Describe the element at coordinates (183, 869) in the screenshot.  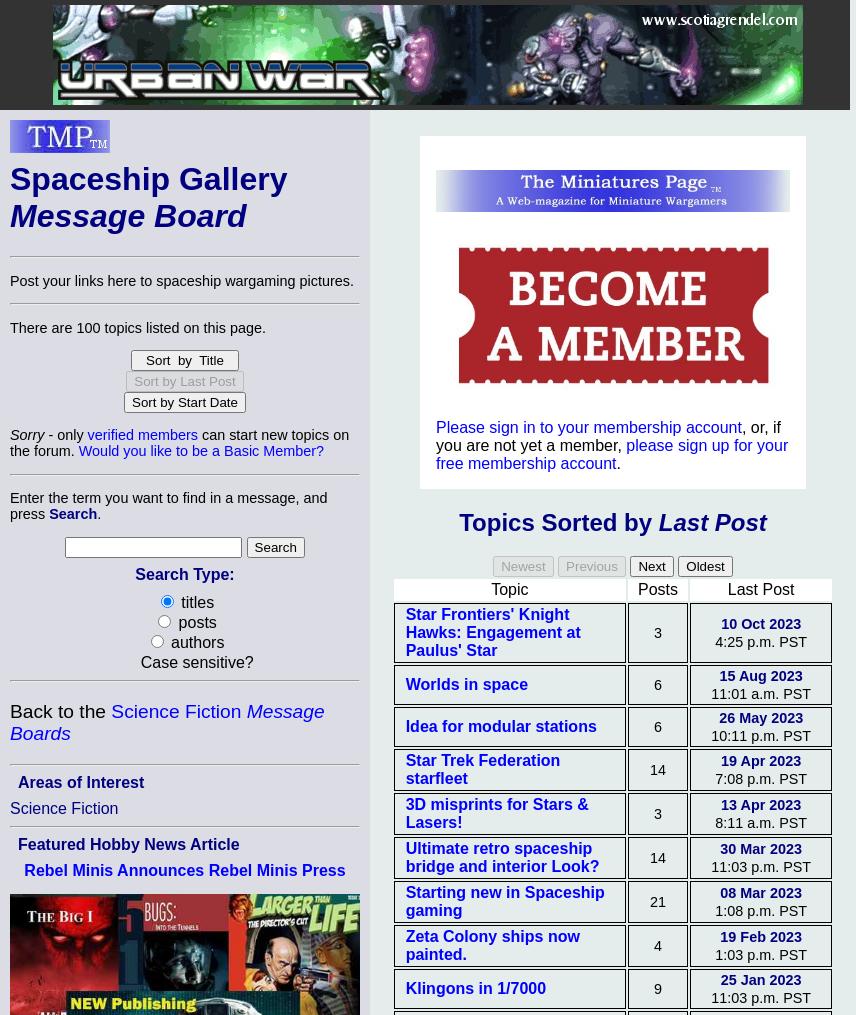
I see `'Rebel Minis Announces Rebel Minis Press'` at that location.